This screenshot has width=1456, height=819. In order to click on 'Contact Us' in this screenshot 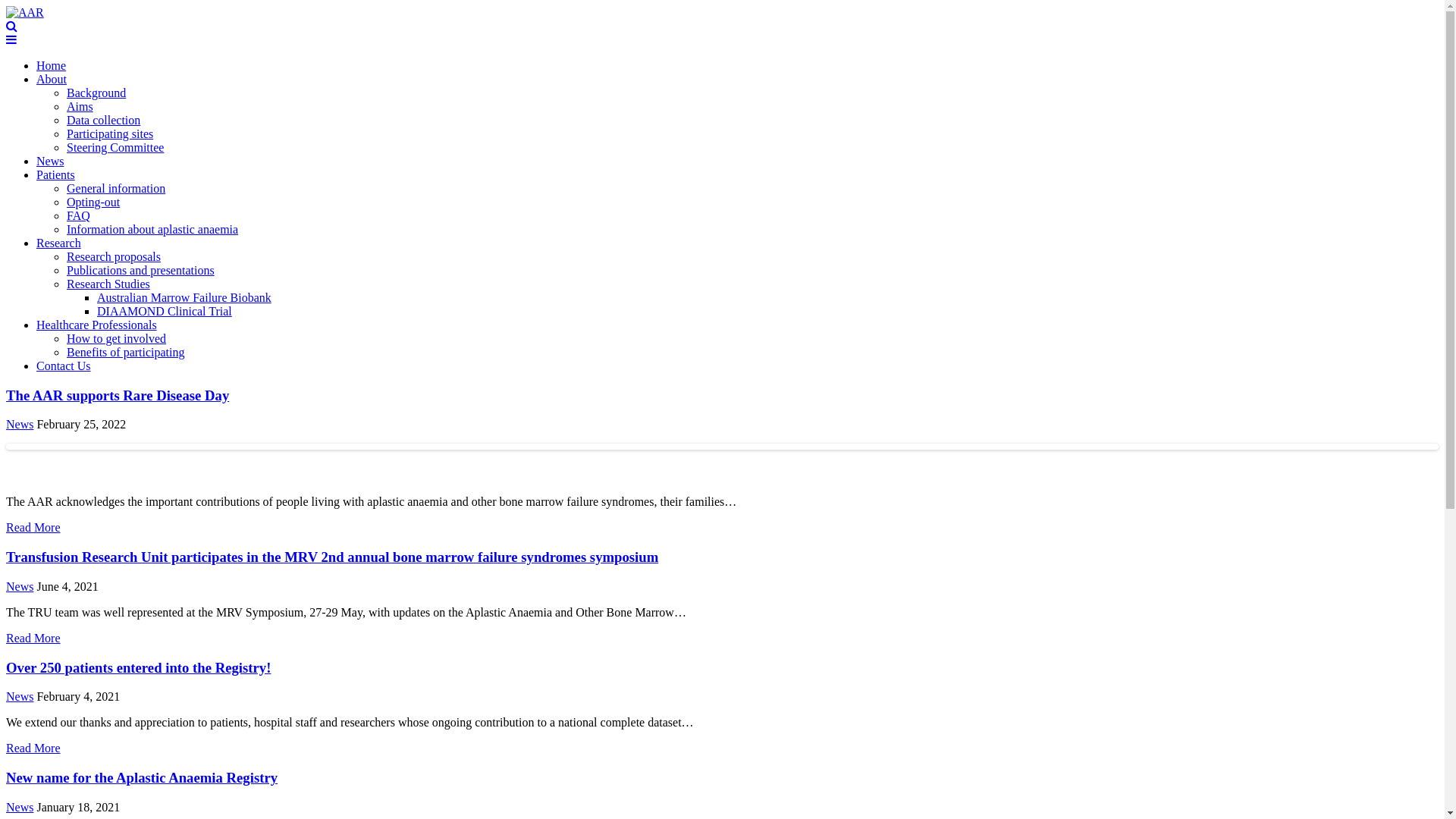, I will do `click(62, 366)`.